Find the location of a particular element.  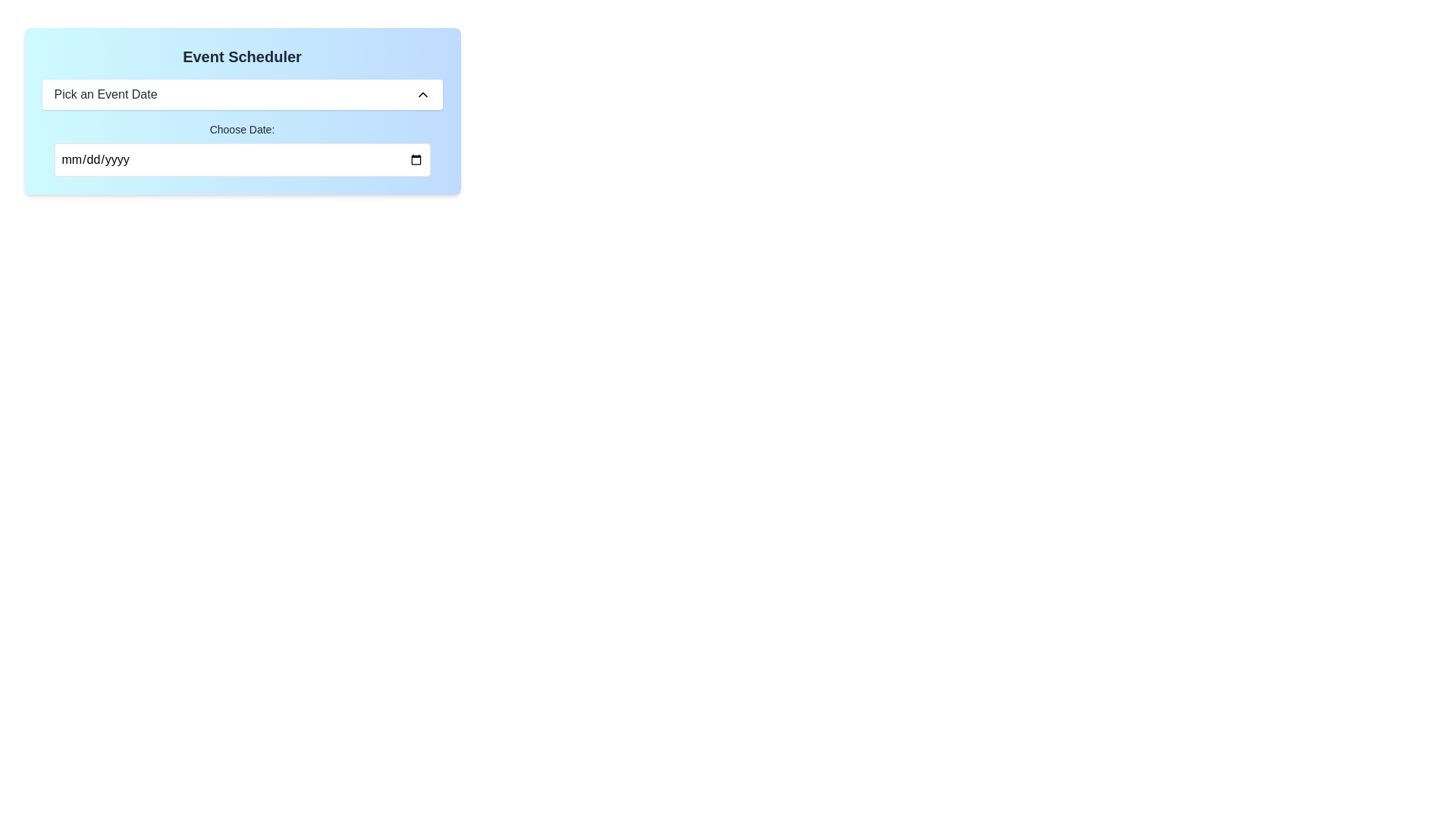

the Date input field located below the 'Pick an Event Date' section in the 'Event Scheduler' panel is located at coordinates (241, 160).